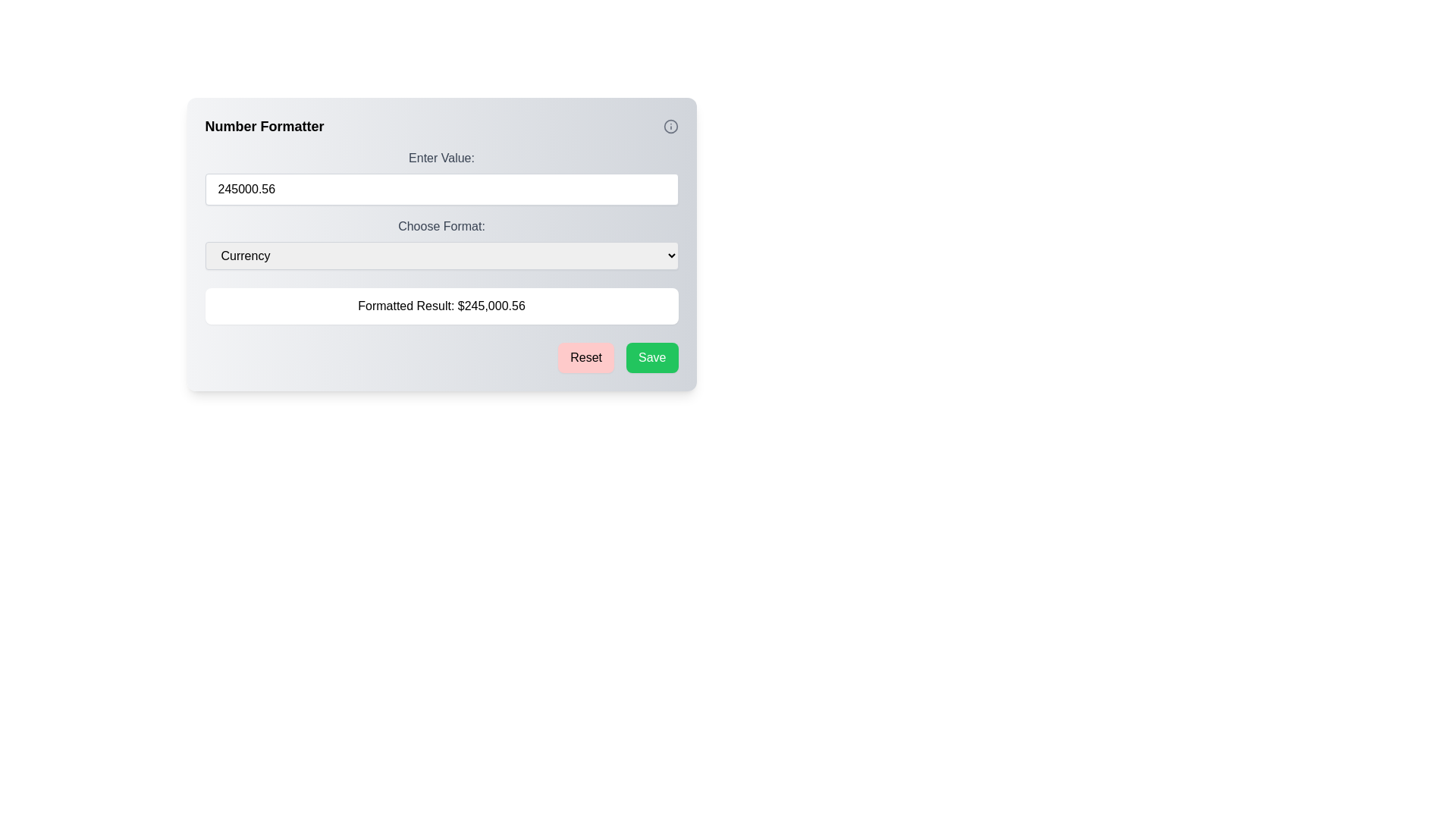 Image resolution: width=1456 pixels, height=819 pixels. What do you see at coordinates (441, 306) in the screenshot?
I see `the Text Display component that shows 'Formatted Result: $245,000.56', which is located below the 'Choose Format' dropdown and above the 'Reset' and 'Save' buttons` at bounding box center [441, 306].